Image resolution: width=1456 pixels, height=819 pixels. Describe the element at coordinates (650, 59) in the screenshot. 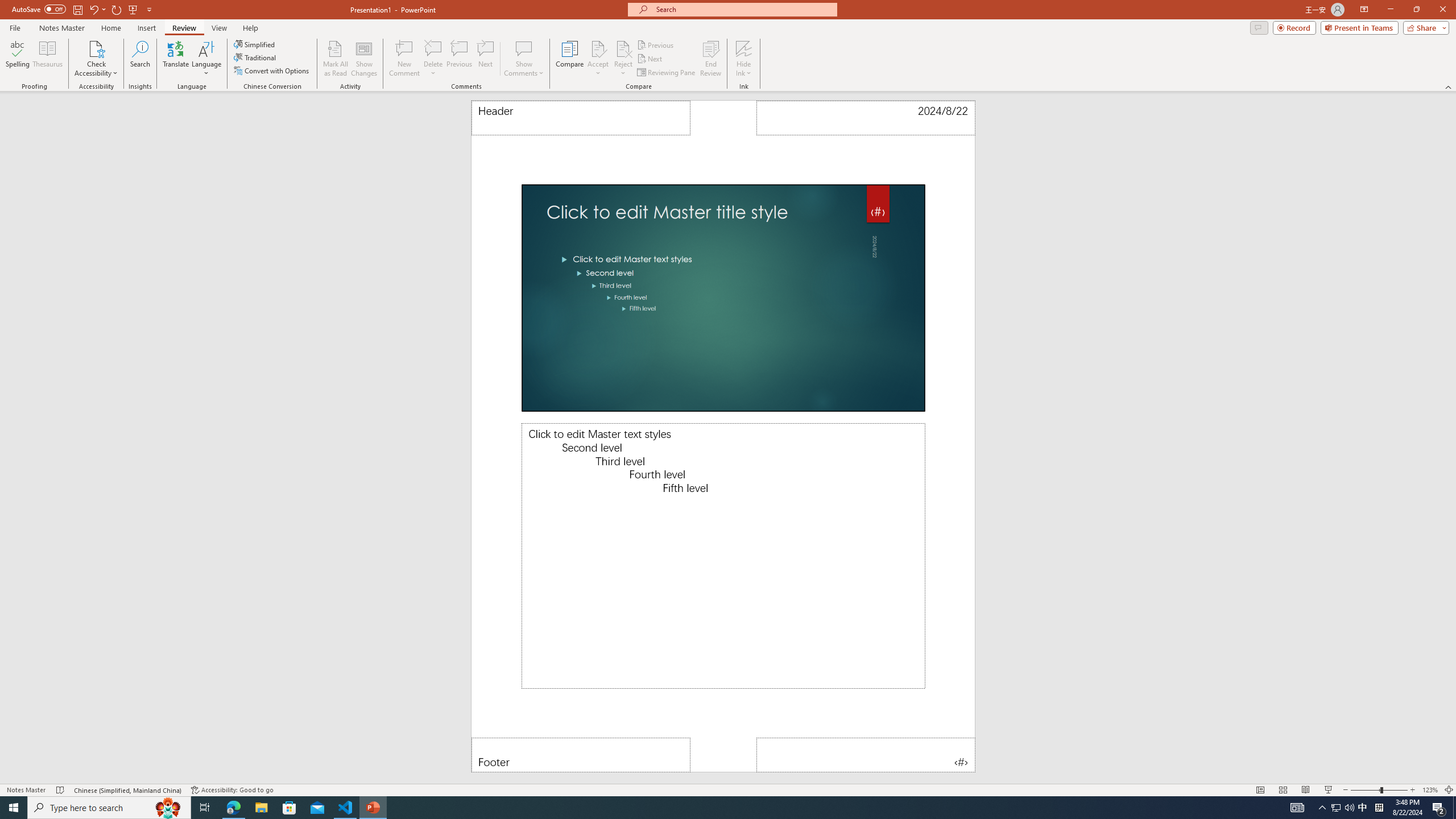

I see `'Next'` at that location.